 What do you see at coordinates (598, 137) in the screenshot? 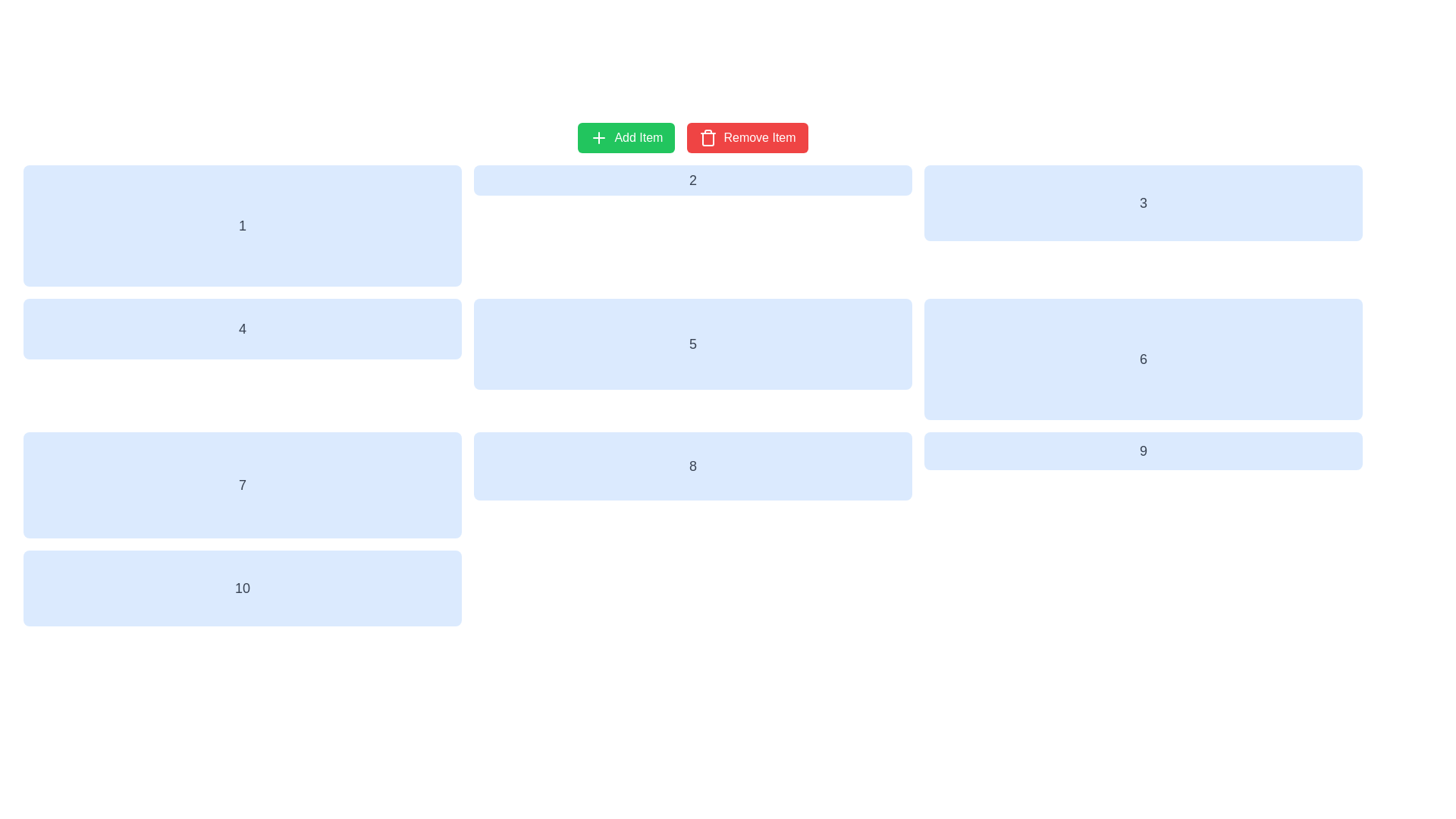
I see `the icon within the 'Add Item' button, which is located towards the left side of the button at the top-center of the layout` at bounding box center [598, 137].